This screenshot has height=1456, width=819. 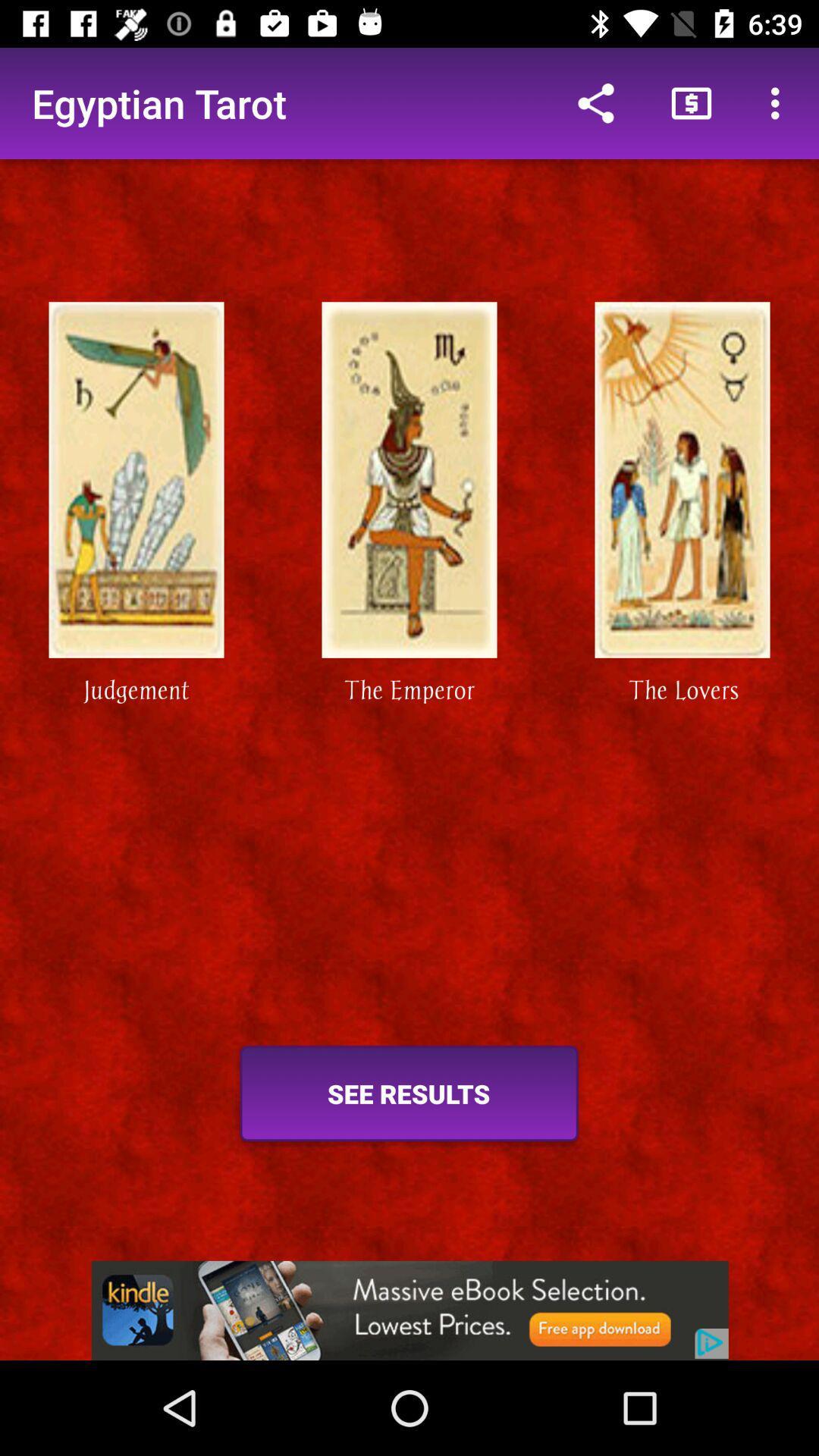 What do you see at coordinates (409, 1310) in the screenshot?
I see `advertisement link` at bounding box center [409, 1310].